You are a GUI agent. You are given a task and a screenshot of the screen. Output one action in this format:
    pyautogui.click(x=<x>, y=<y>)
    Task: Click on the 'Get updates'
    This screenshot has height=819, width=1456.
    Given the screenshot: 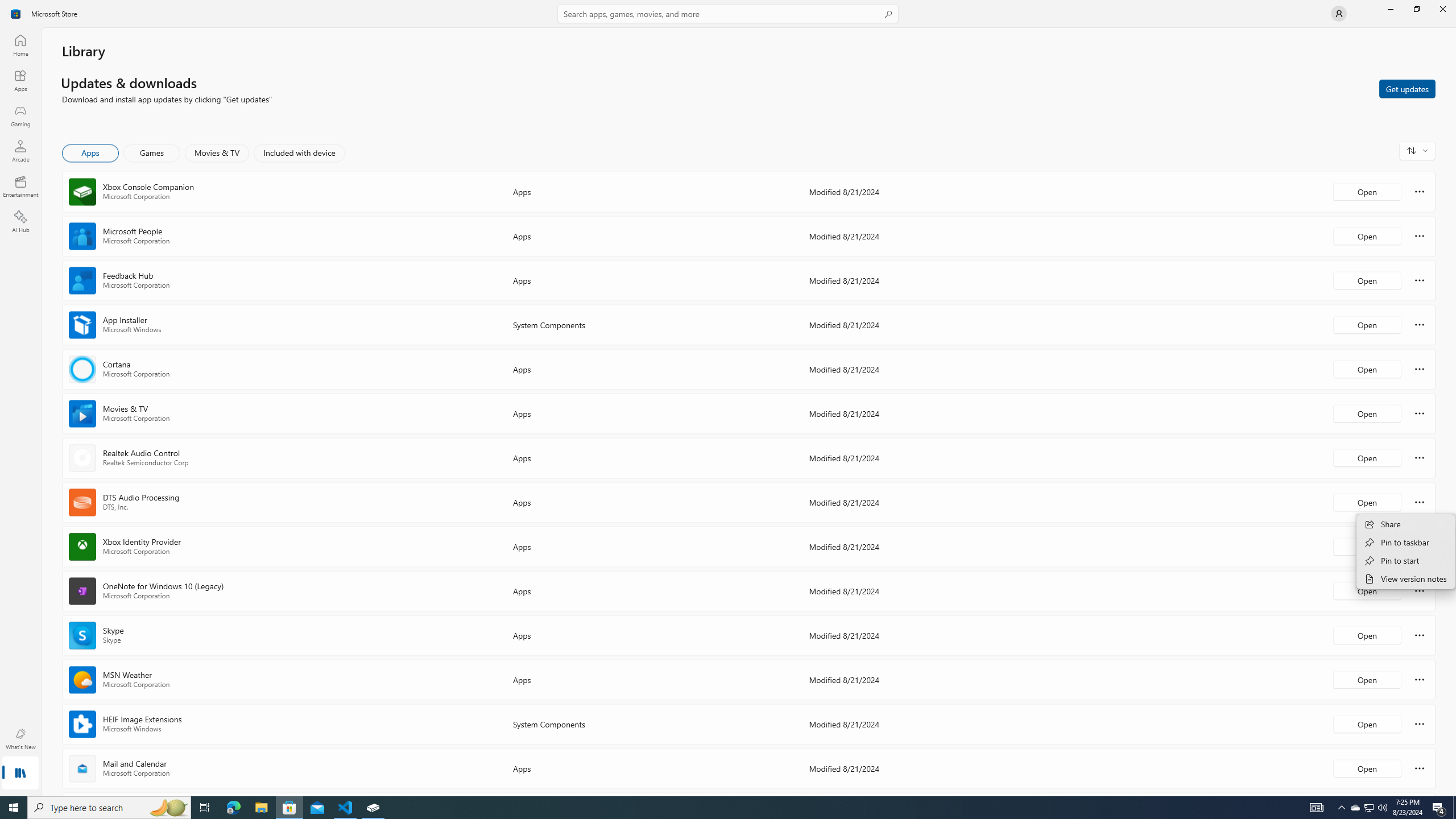 What is the action you would take?
    pyautogui.click(x=1407, y=88)
    